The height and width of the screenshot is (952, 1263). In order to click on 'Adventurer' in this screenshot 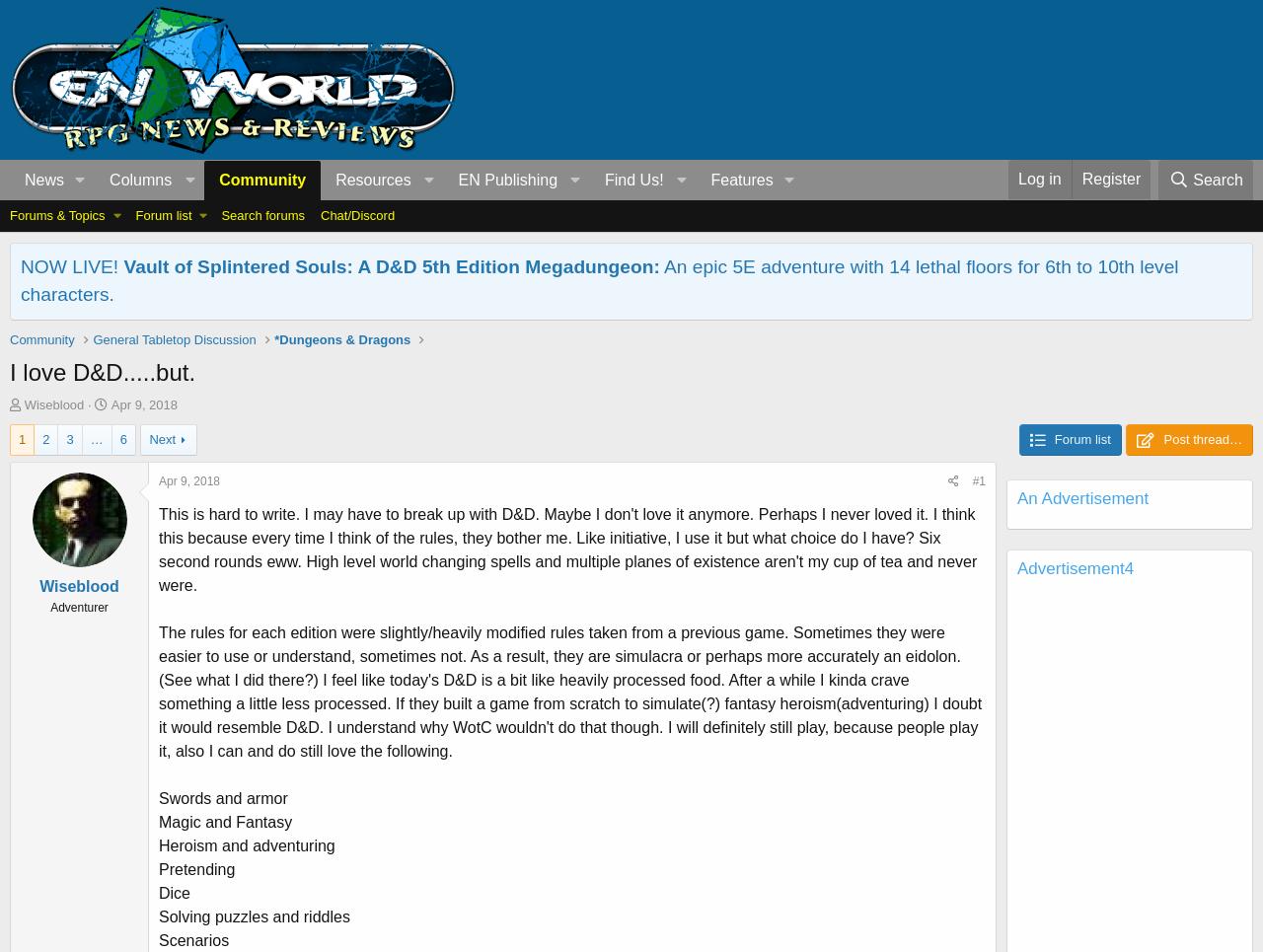, I will do `click(79, 605)`.